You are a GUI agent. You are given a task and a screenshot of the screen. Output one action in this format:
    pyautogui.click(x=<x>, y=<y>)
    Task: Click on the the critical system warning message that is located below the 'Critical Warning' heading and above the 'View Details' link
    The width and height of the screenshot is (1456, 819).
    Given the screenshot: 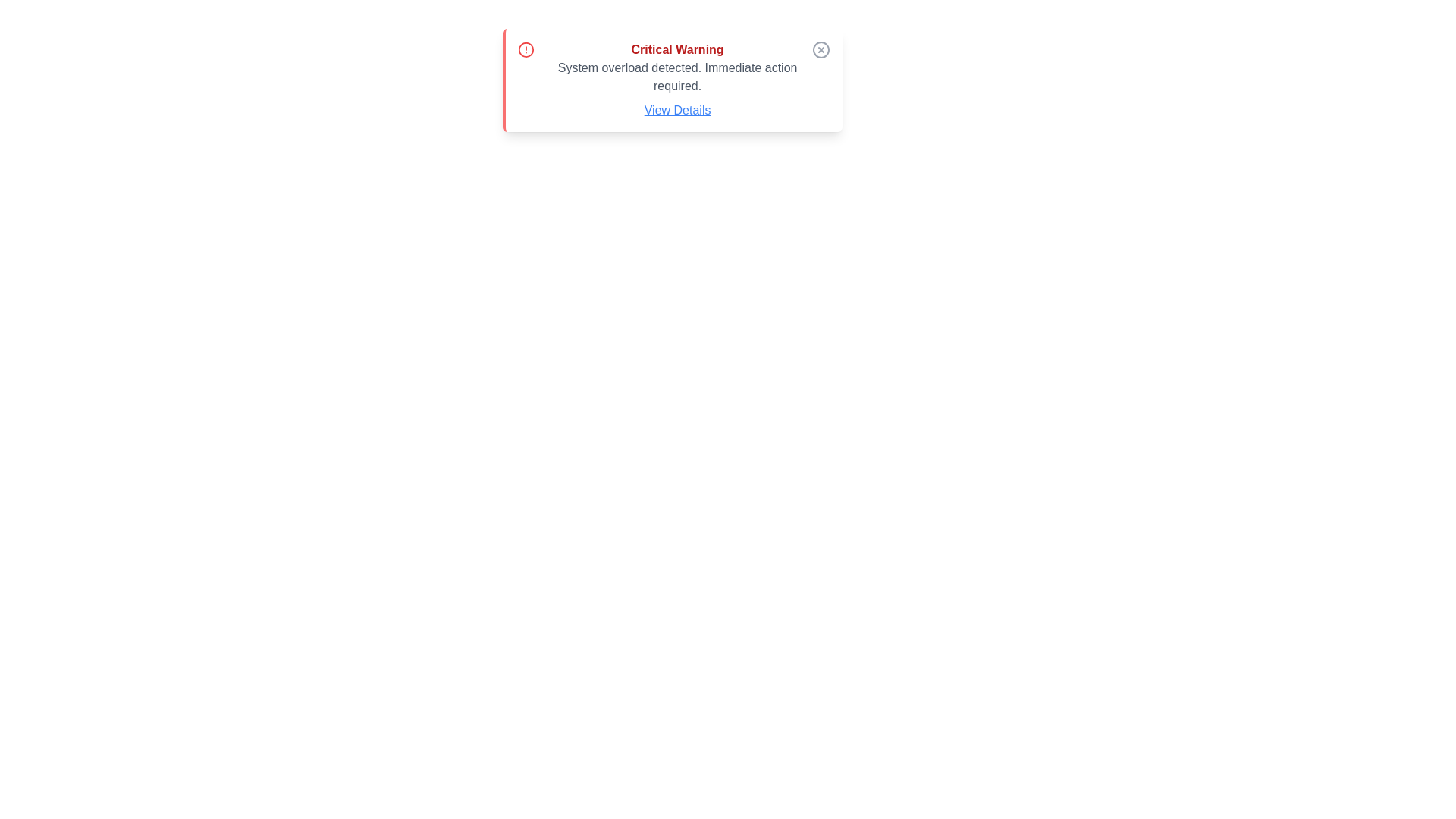 What is the action you would take?
    pyautogui.click(x=676, y=77)
    